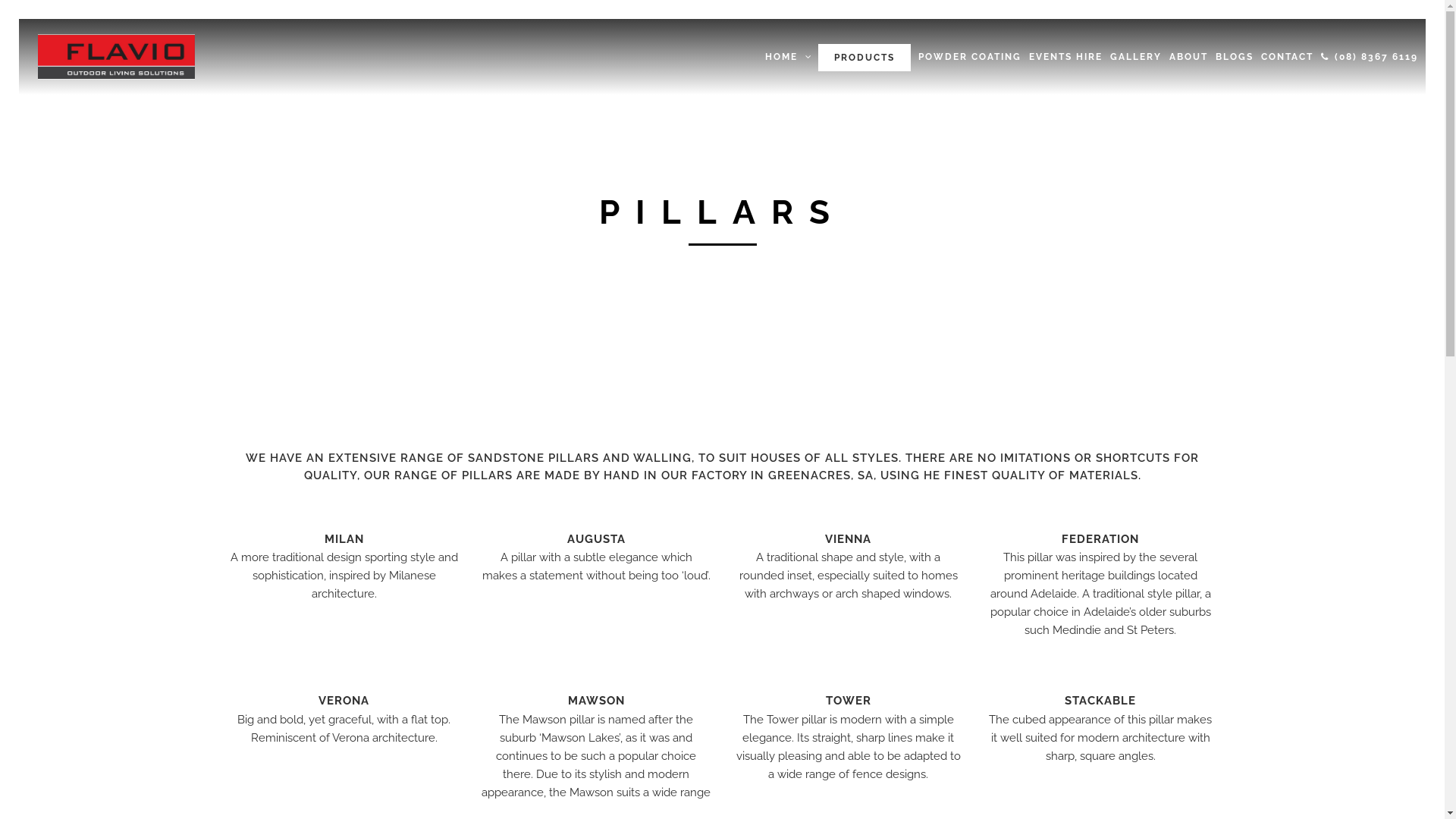 The width and height of the screenshot is (1456, 819). I want to click on 'EVENTS HIRE', so click(1065, 55).